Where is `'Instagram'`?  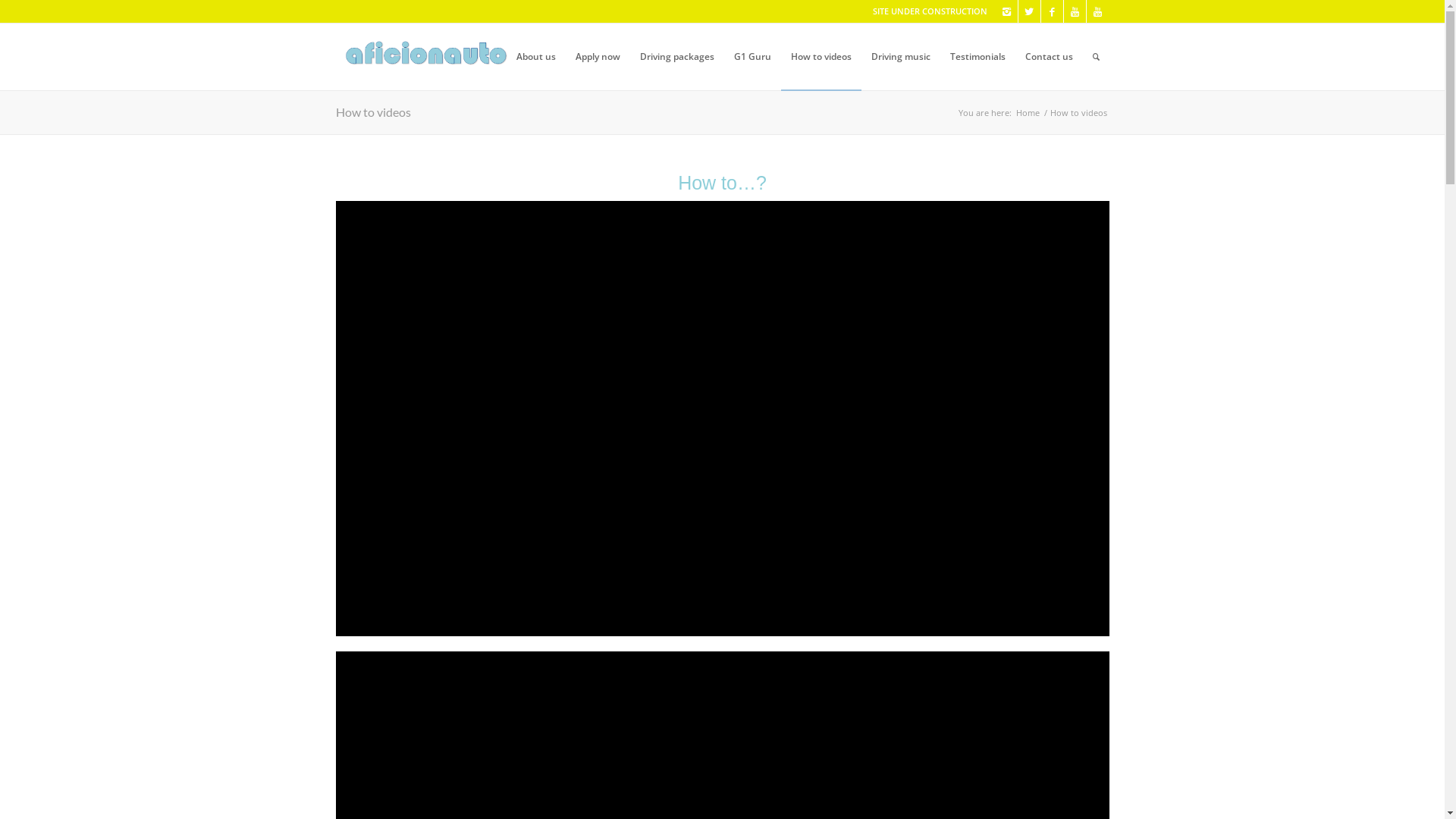
'Instagram' is located at coordinates (1006, 11).